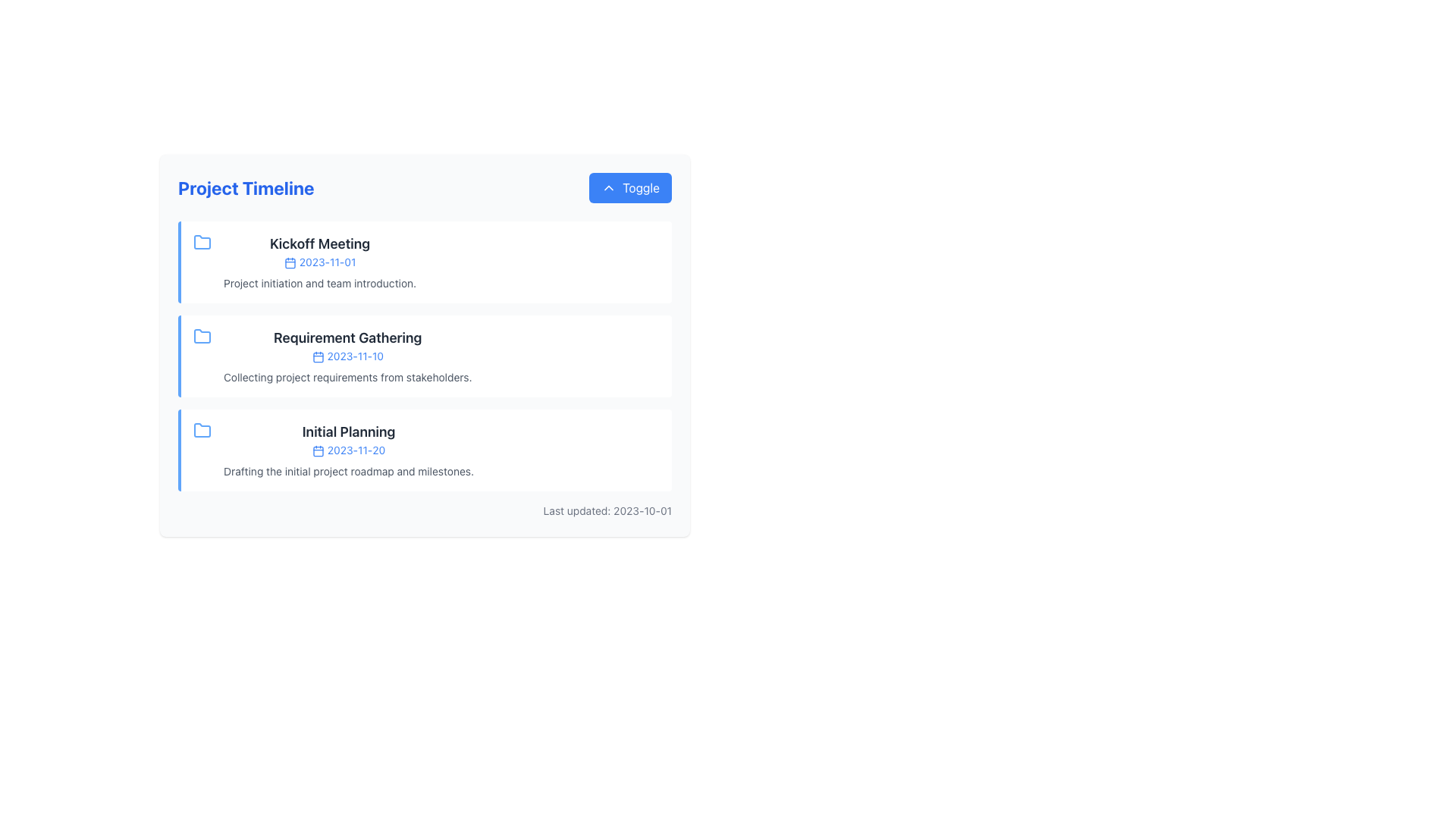 The width and height of the screenshot is (1456, 819). Describe the element at coordinates (630, 187) in the screenshot. I see `the rectangular blue button with rounded edges labeled 'Toggle' to potentially see a hover effect` at that location.